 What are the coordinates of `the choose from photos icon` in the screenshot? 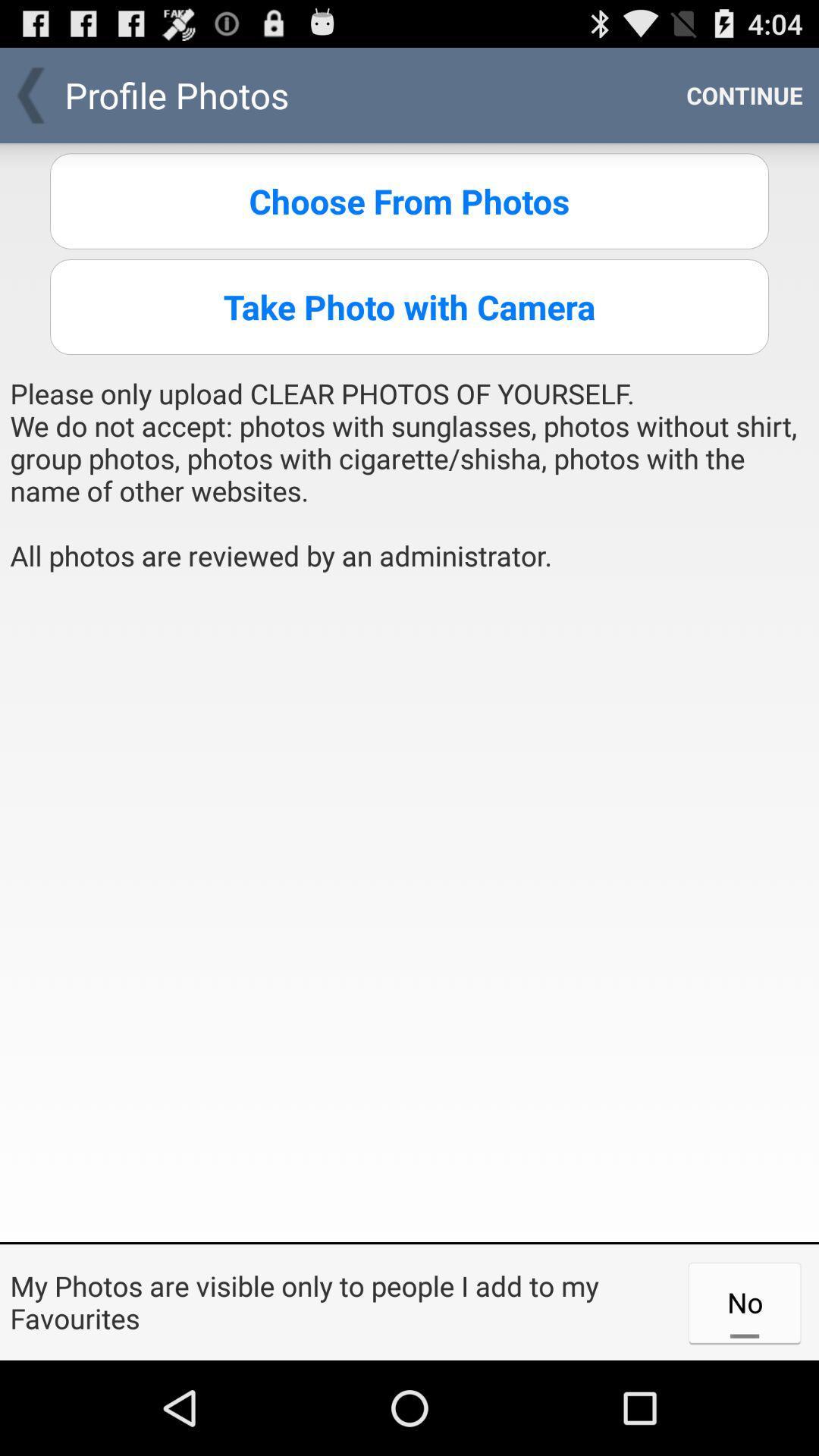 It's located at (409, 200).